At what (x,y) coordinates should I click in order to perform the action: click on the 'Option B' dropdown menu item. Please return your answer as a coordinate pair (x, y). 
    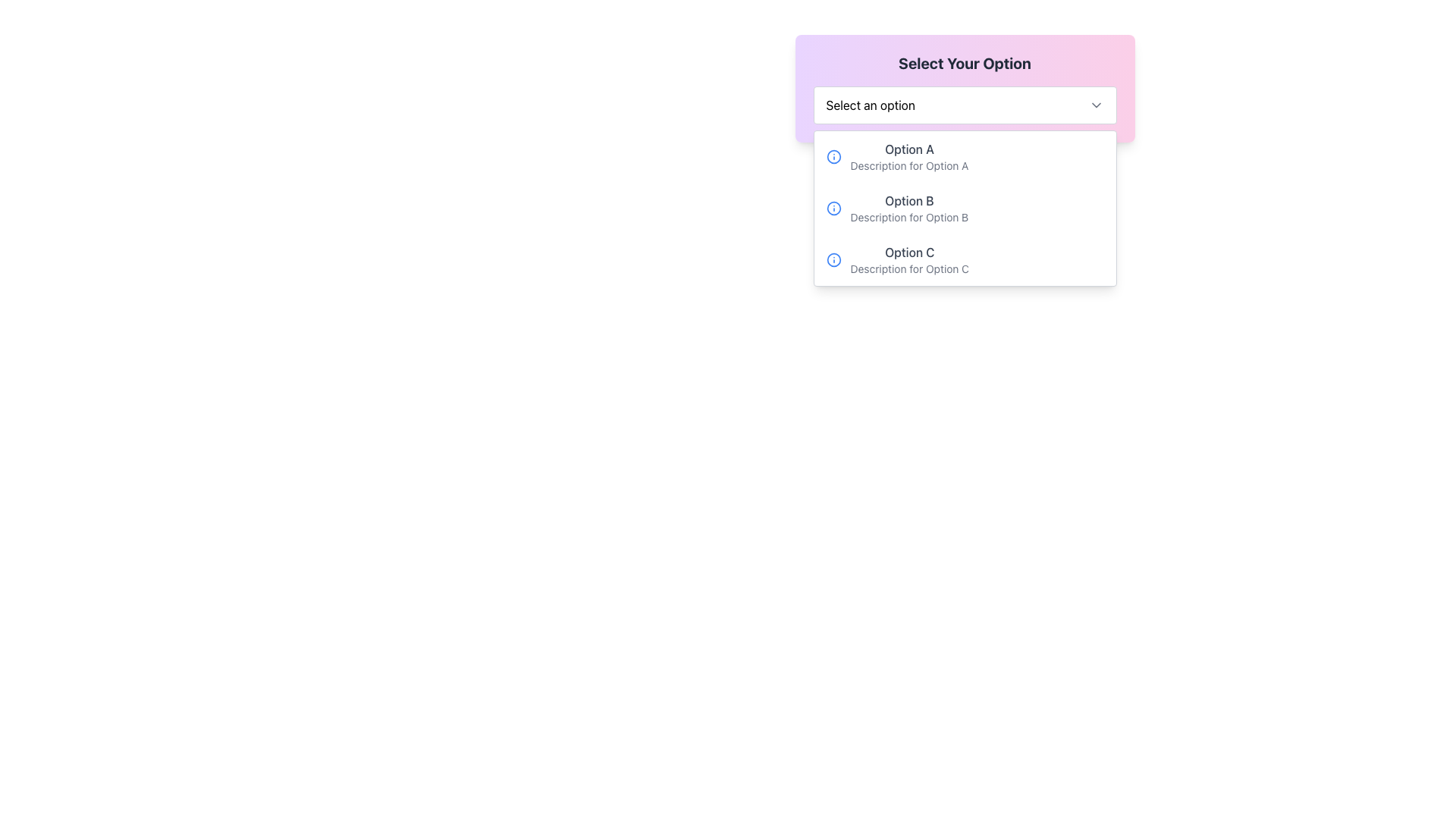
    Looking at the image, I should click on (964, 208).